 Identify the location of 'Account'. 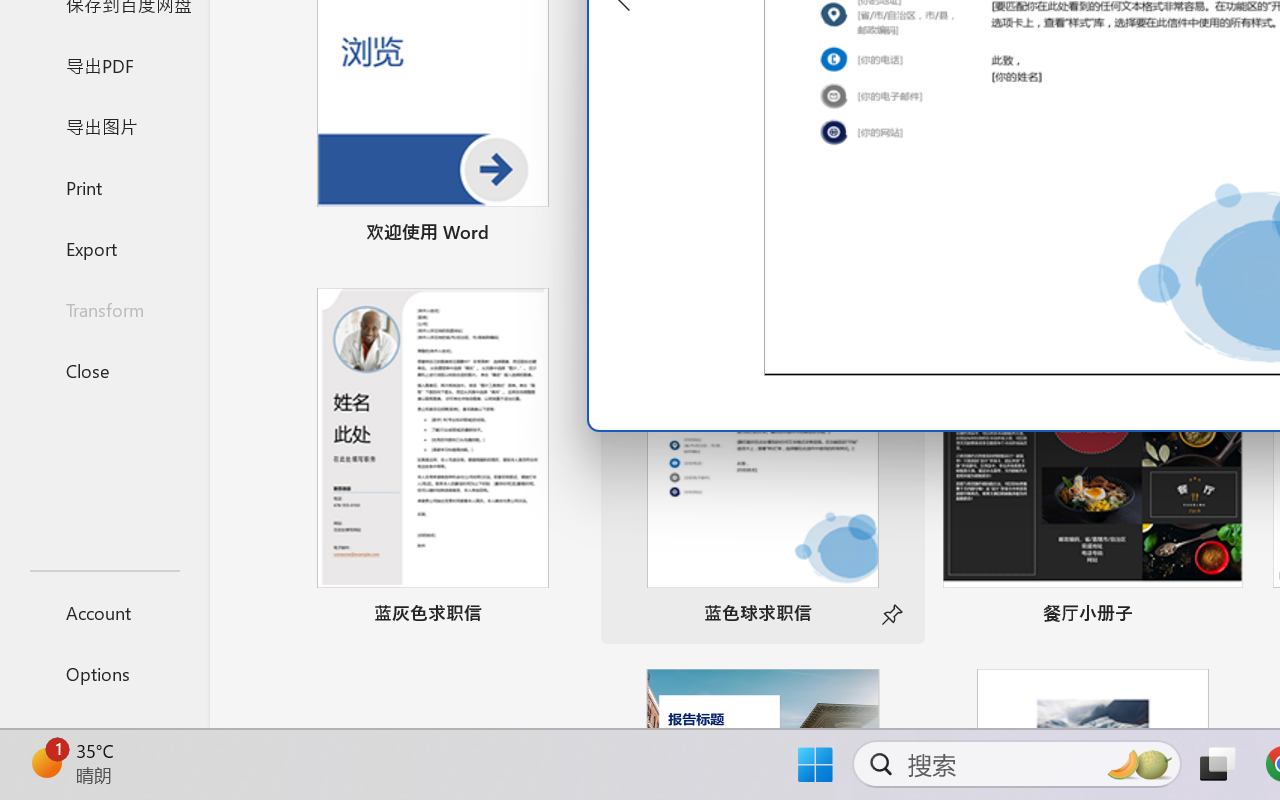
(103, 612).